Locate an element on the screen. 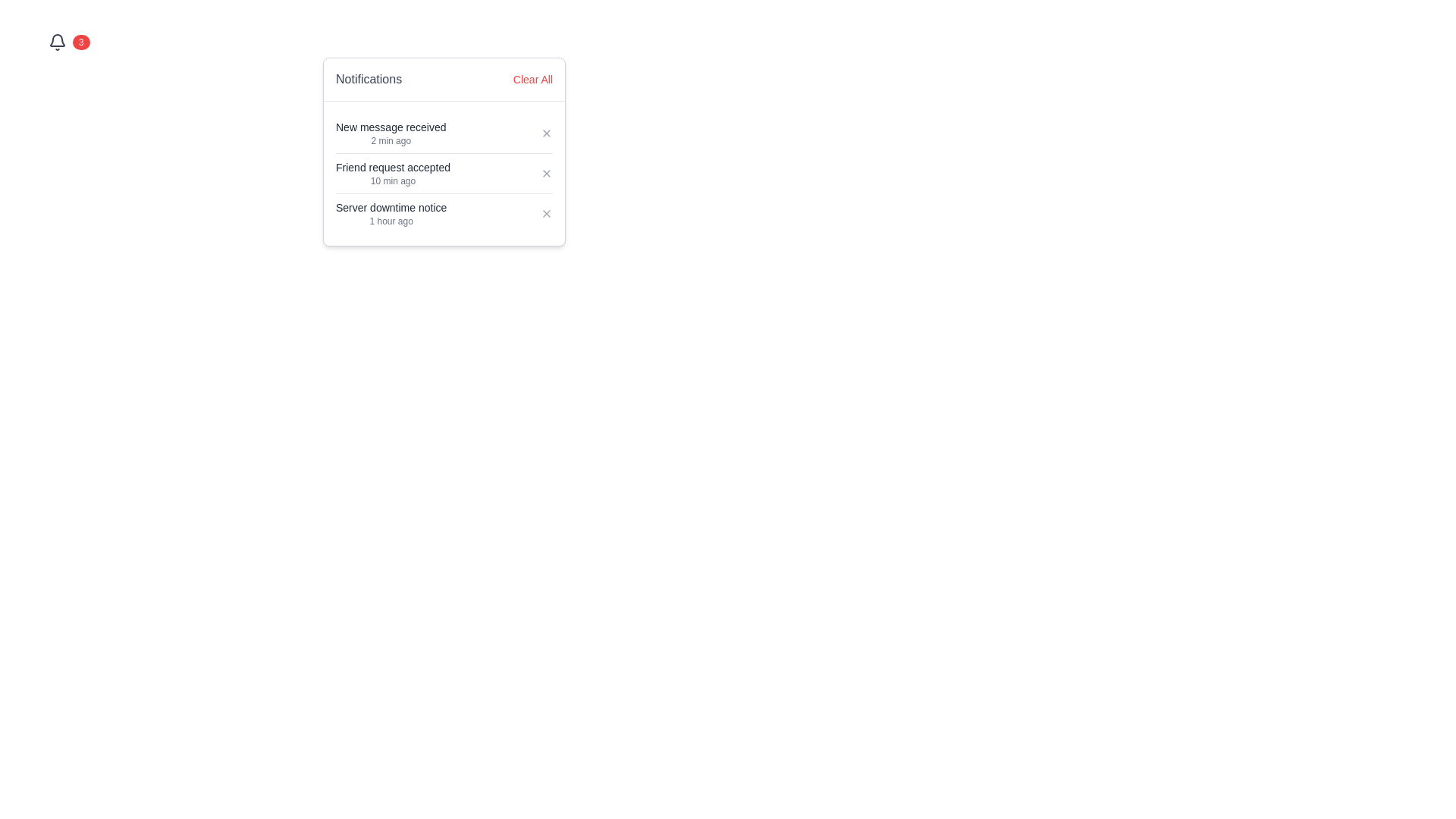 This screenshot has height=819, width=1456. the Text Label that displays the time elapsed since the 'Server downtime notice' notification is located at coordinates (391, 221).